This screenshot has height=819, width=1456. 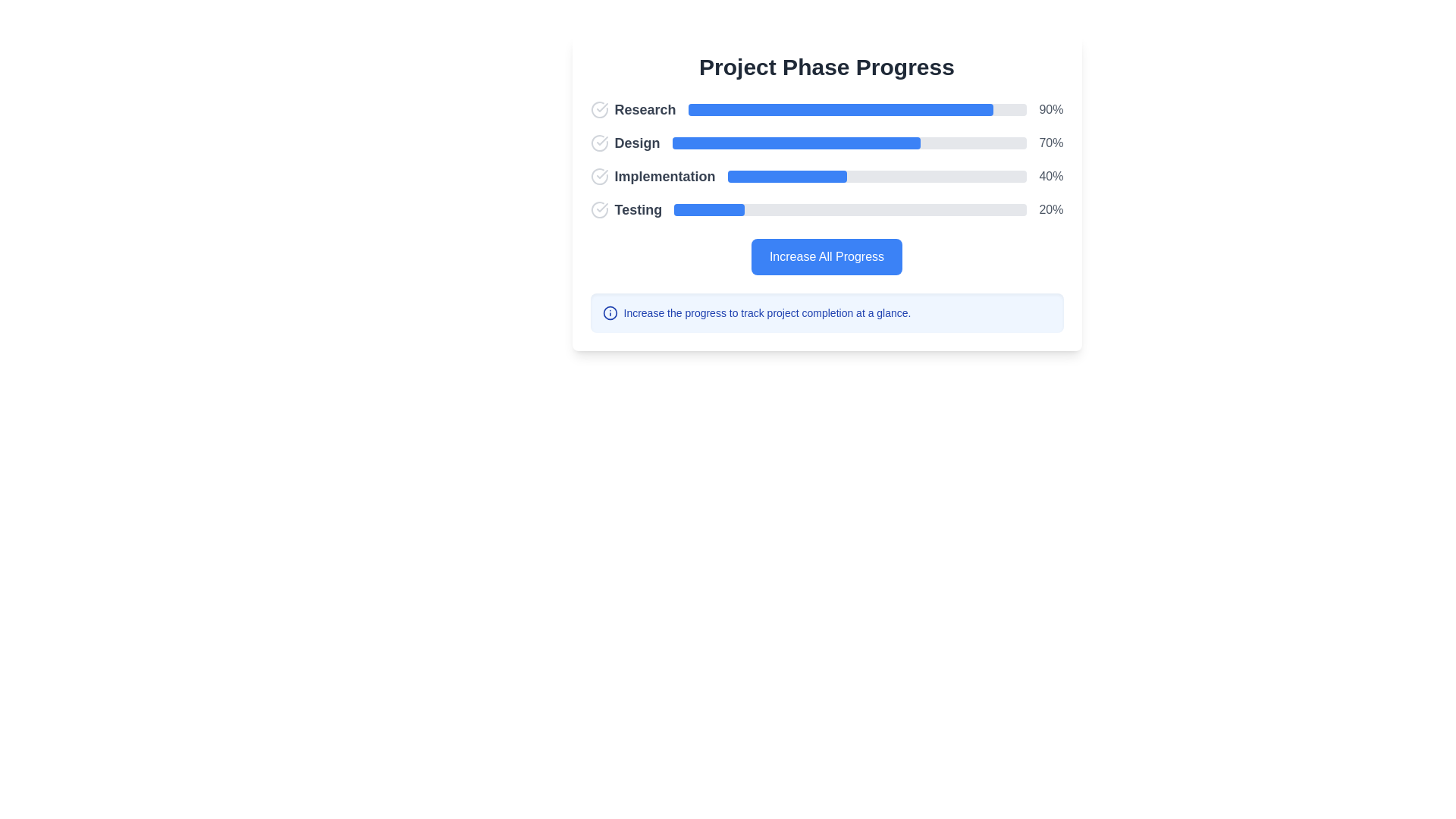 I want to click on the progress bar indicating 70% completion for the 'Design' phase, which has a gray background and a blue foreground, so click(x=849, y=143).